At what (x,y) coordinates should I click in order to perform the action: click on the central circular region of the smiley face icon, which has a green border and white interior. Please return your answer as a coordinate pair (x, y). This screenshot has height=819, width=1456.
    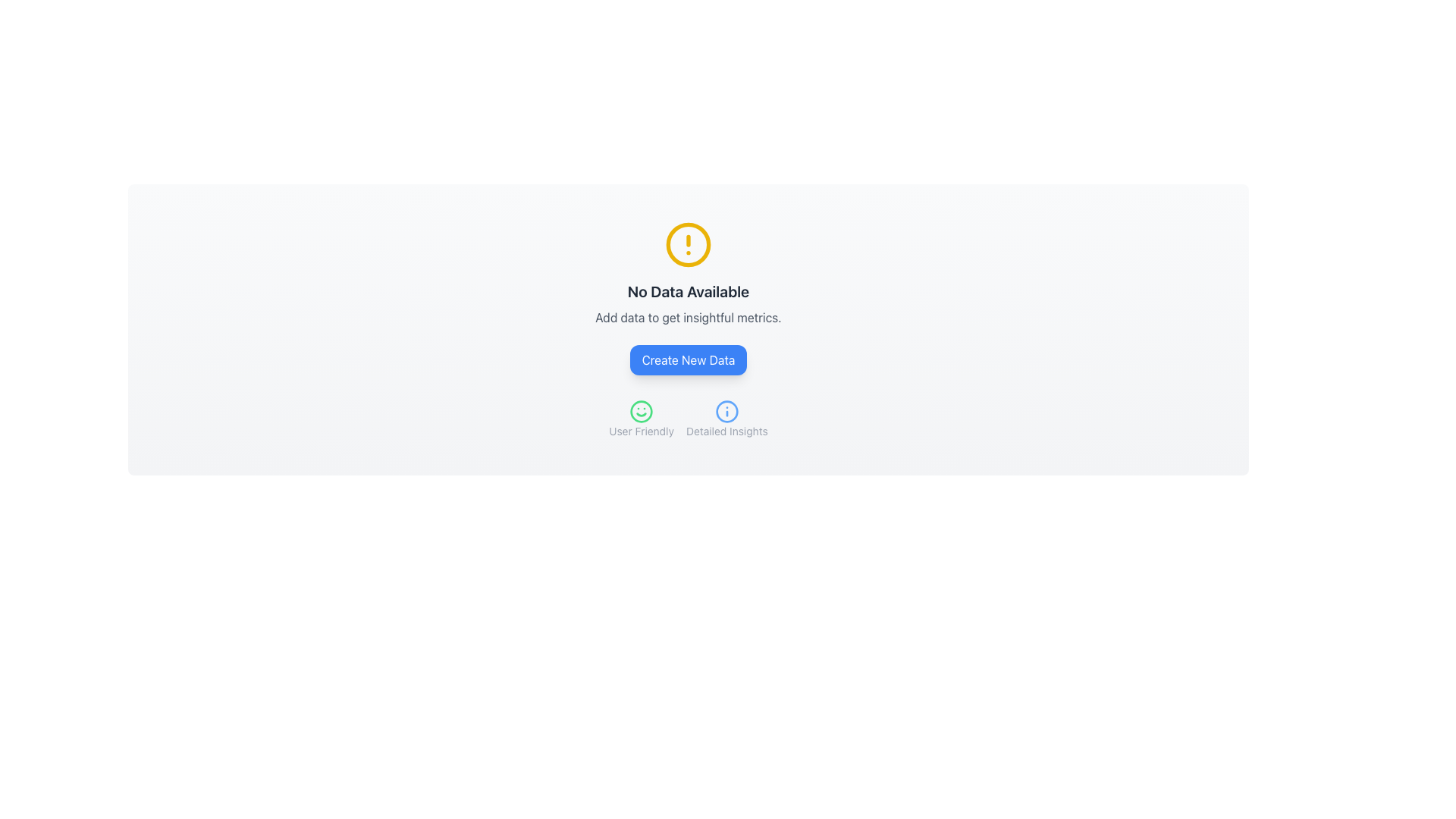
    Looking at the image, I should click on (642, 412).